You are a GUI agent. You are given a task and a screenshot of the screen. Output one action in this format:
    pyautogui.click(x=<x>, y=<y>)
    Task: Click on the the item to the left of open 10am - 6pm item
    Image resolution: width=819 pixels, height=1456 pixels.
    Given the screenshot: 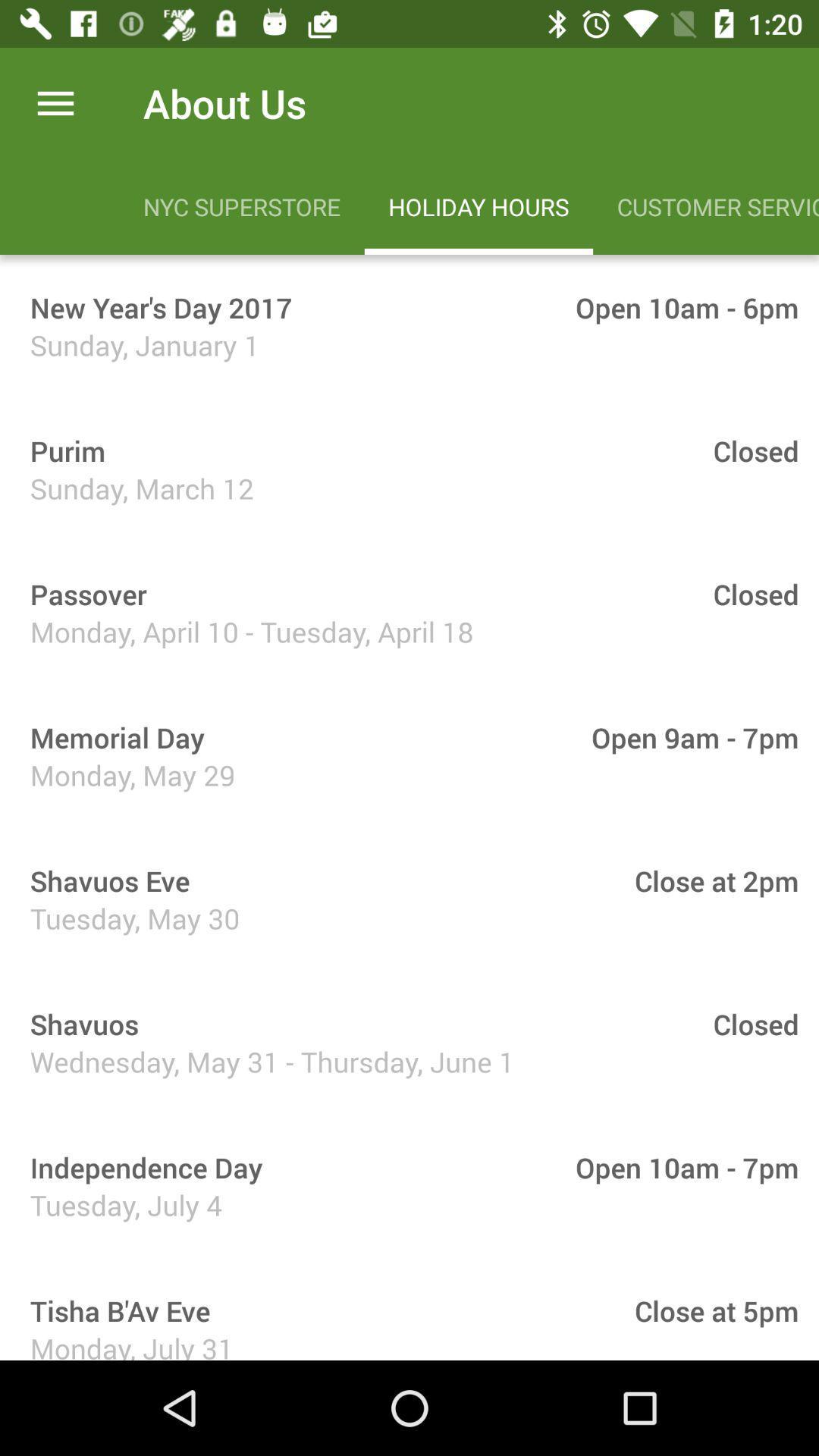 What is the action you would take?
    pyautogui.click(x=155, y=306)
    